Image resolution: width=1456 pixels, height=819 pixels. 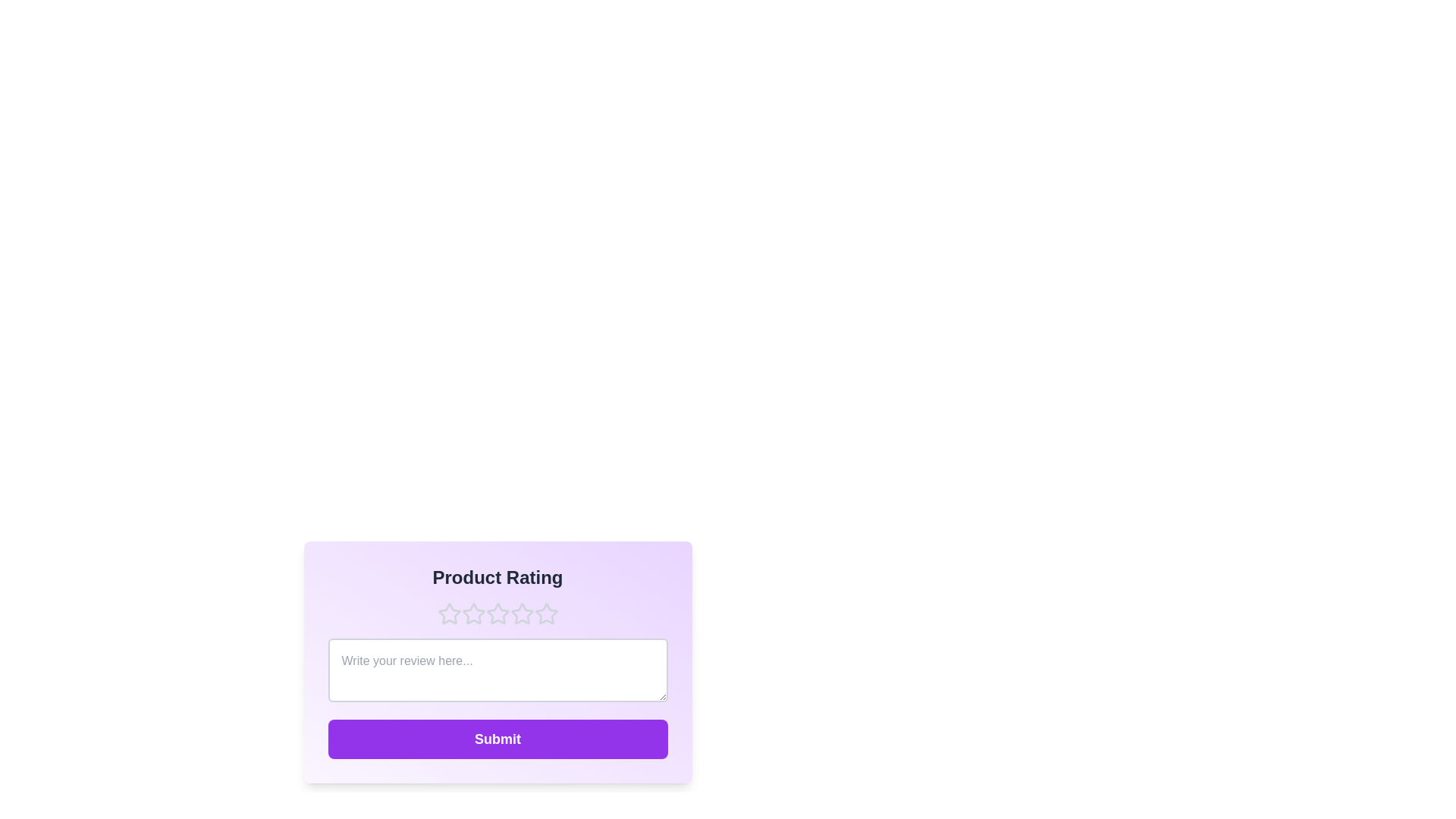 What do you see at coordinates (497, 669) in the screenshot?
I see `the text area to focus and enable text input` at bounding box center [497, 669].